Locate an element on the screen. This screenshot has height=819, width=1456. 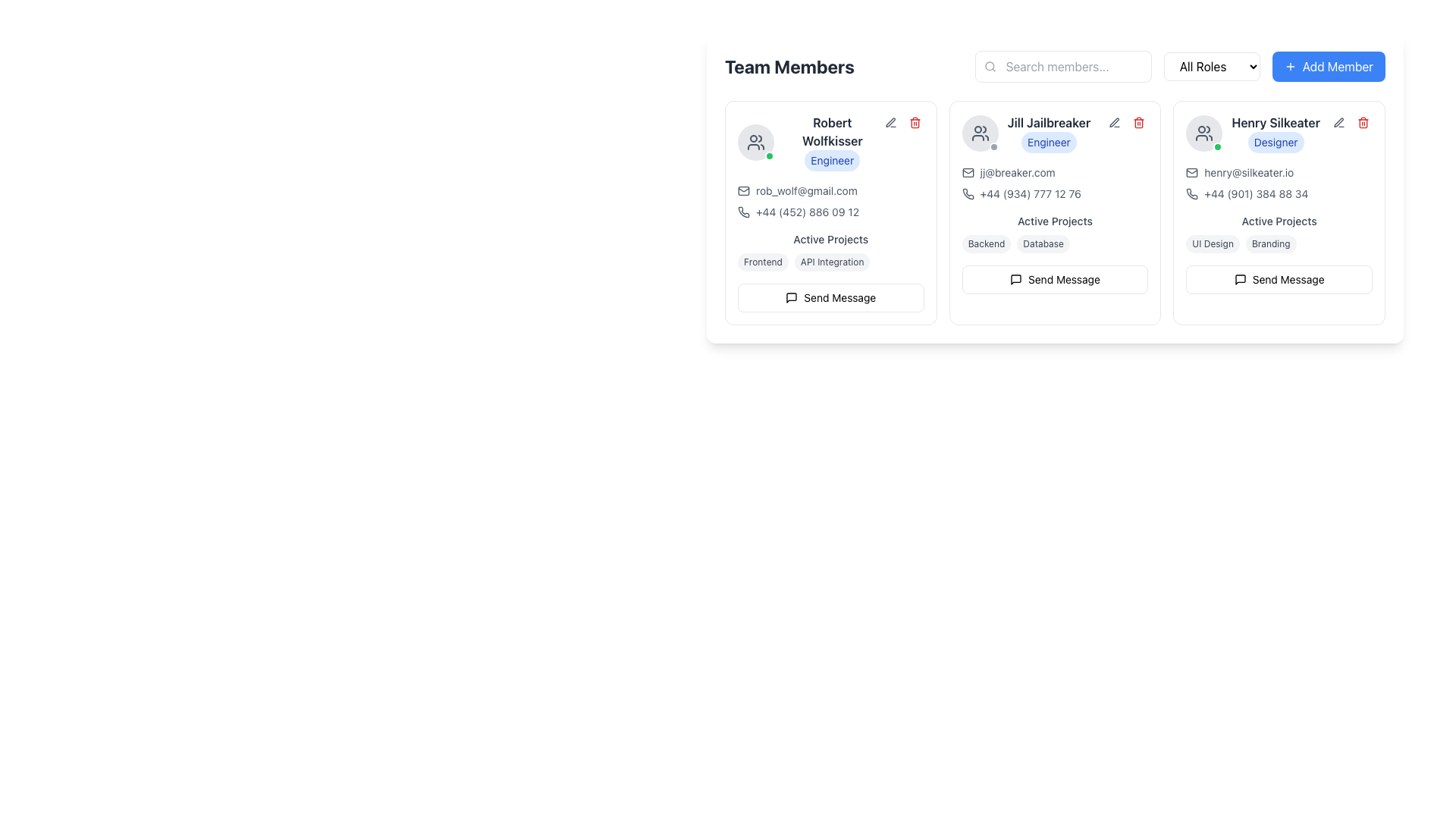
the phone icon for 'Robert Wolfkisser', located below the username and next to the email icon in the contact details section is located at coordinates (744, 212).